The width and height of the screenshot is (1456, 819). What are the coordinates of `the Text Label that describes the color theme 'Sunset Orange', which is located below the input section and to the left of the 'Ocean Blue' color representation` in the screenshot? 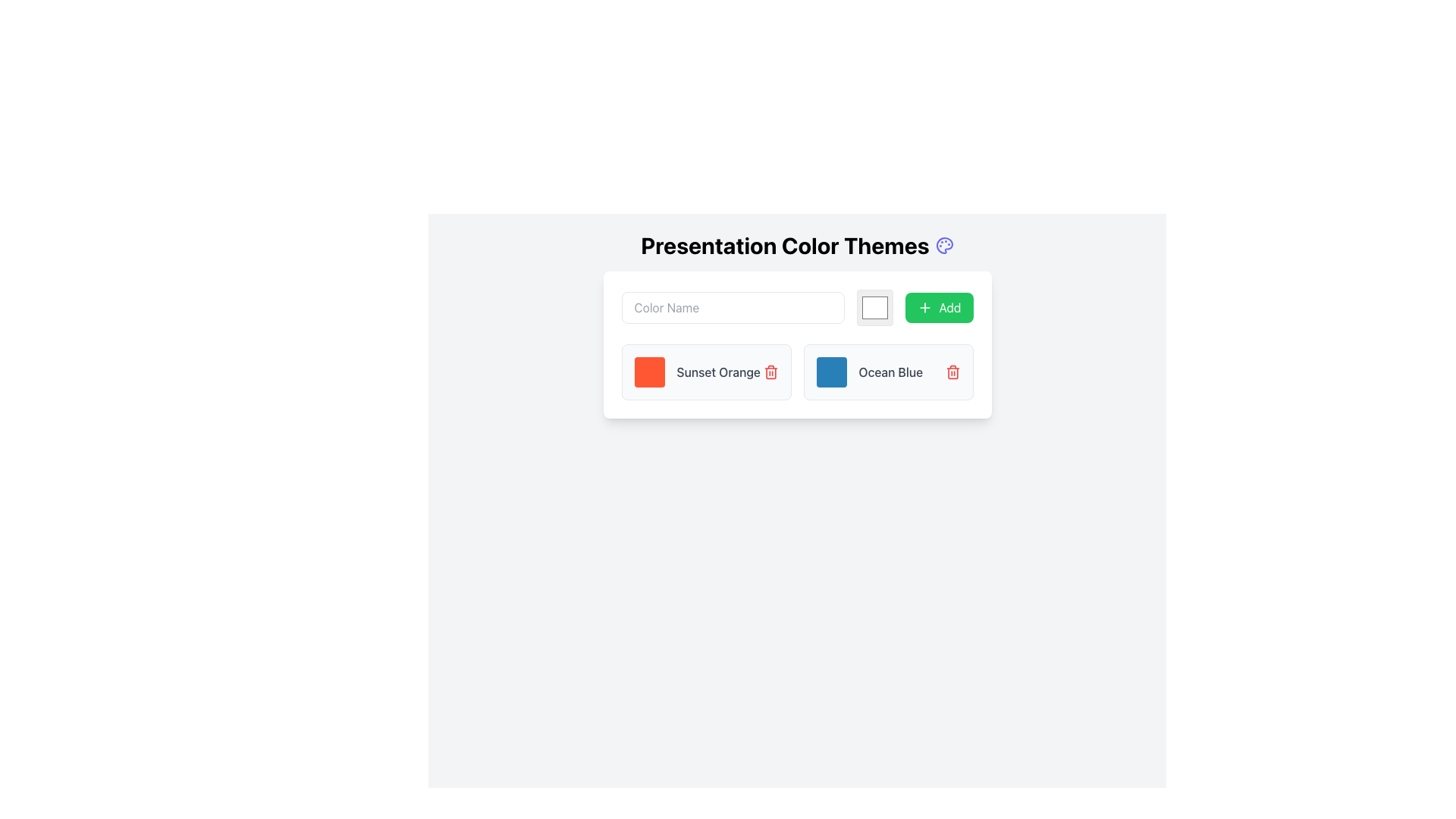 It's located at (717, 372).